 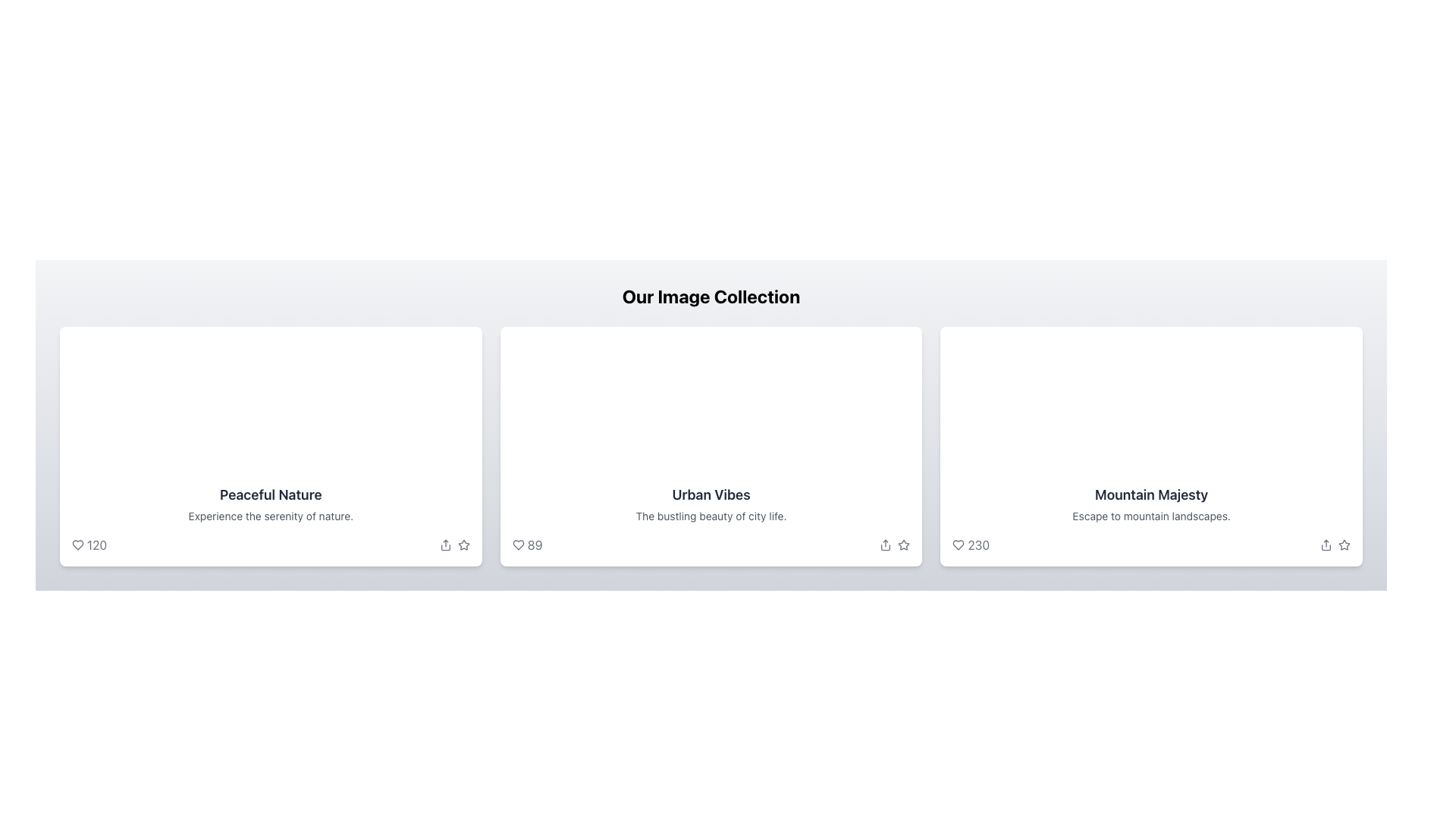 I want to click on the heart icon in the 'Urban Vibes' card, so click(x=527, y=544).